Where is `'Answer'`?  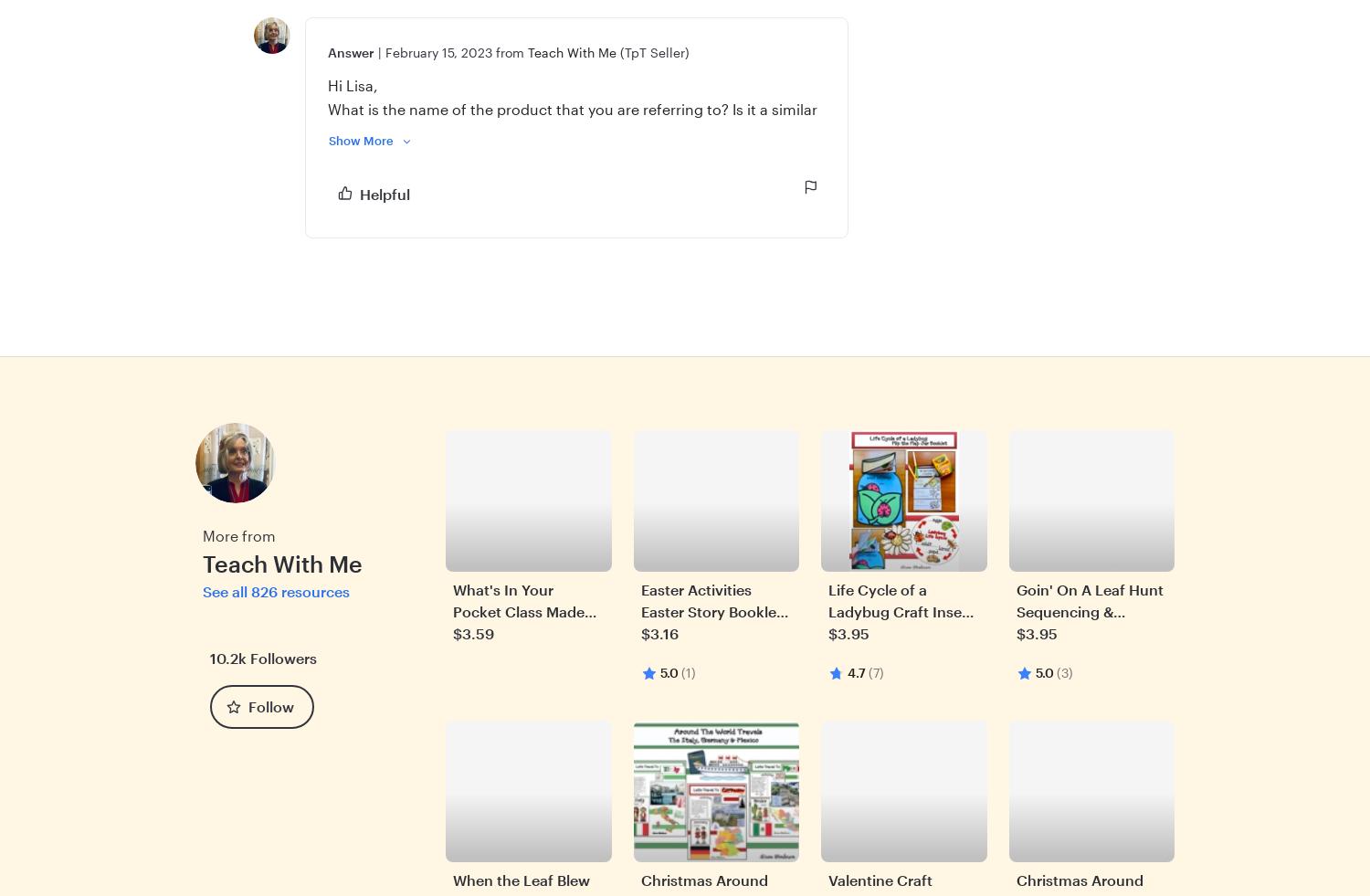
'Answer' is located at coordinates (351, 50).